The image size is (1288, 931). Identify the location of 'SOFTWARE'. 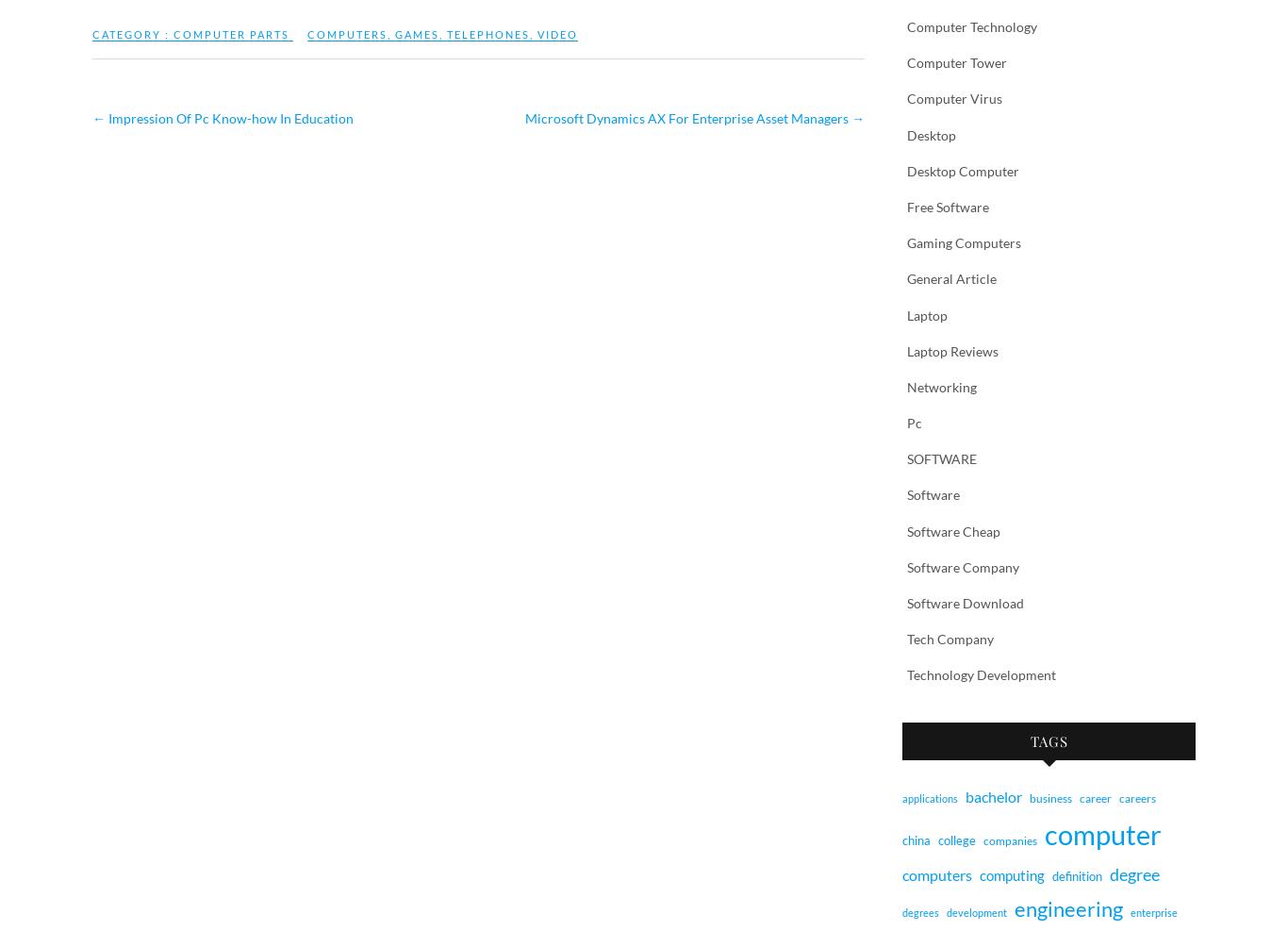
(941, 457).